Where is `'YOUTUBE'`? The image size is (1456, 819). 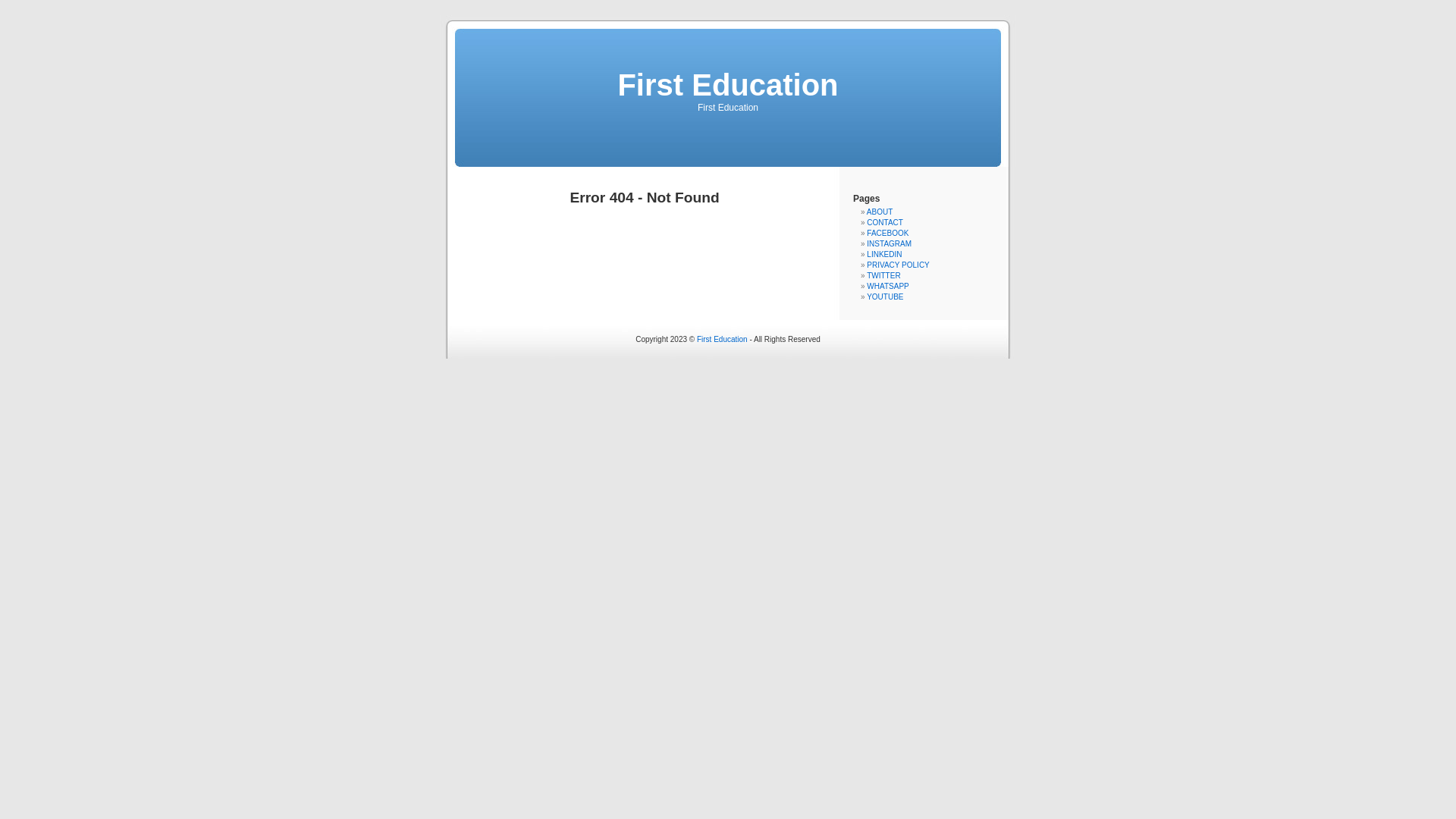
'YOUTUBE' is located at coordinates (884, 297).